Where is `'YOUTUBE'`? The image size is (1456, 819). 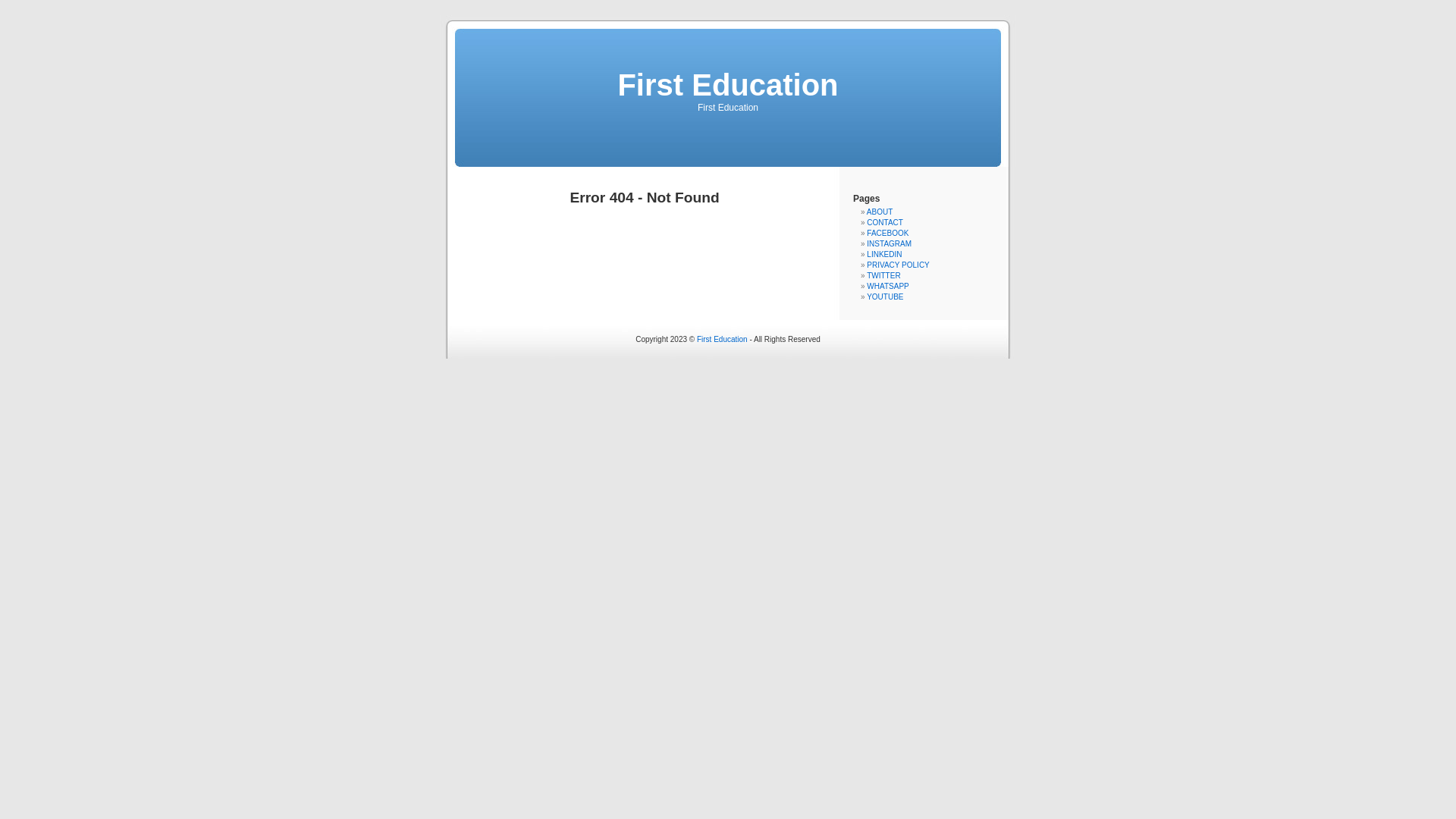
'YOUTUBE' is located at coordinates (884, 297).